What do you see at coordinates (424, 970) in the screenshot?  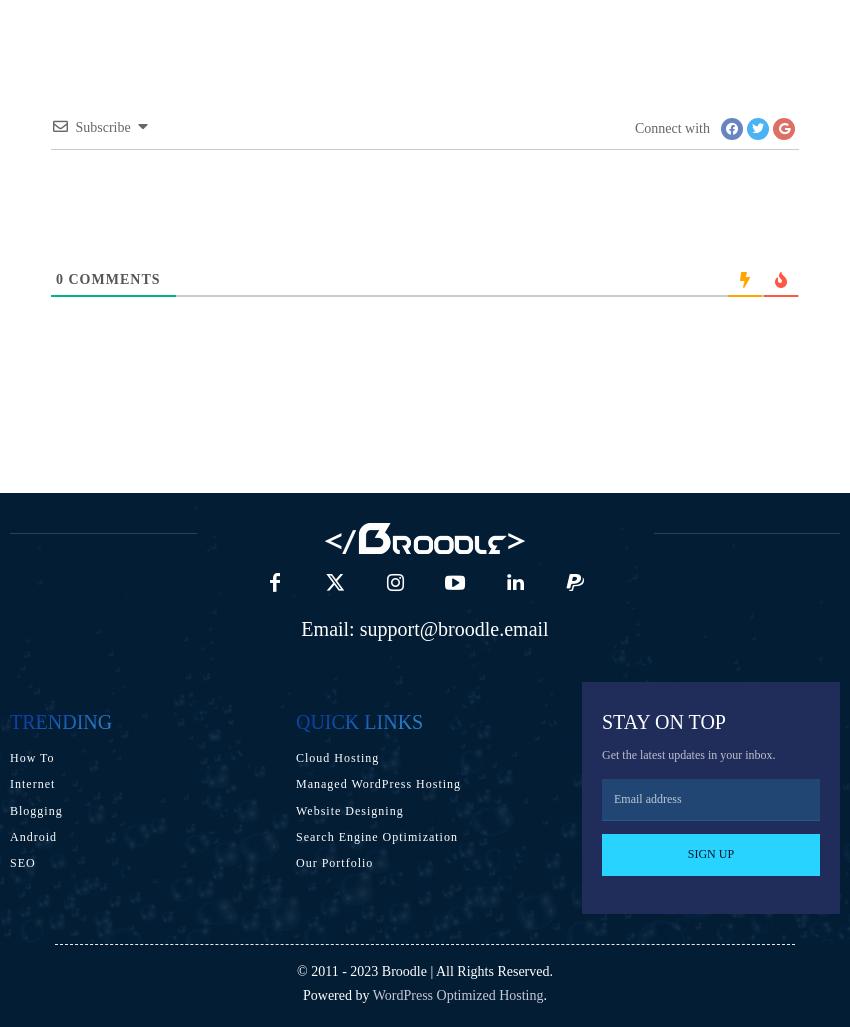 I see `'© 2011 - 2023 Broodle | All Rights Reserved.'` at bounding box center [424, 970].